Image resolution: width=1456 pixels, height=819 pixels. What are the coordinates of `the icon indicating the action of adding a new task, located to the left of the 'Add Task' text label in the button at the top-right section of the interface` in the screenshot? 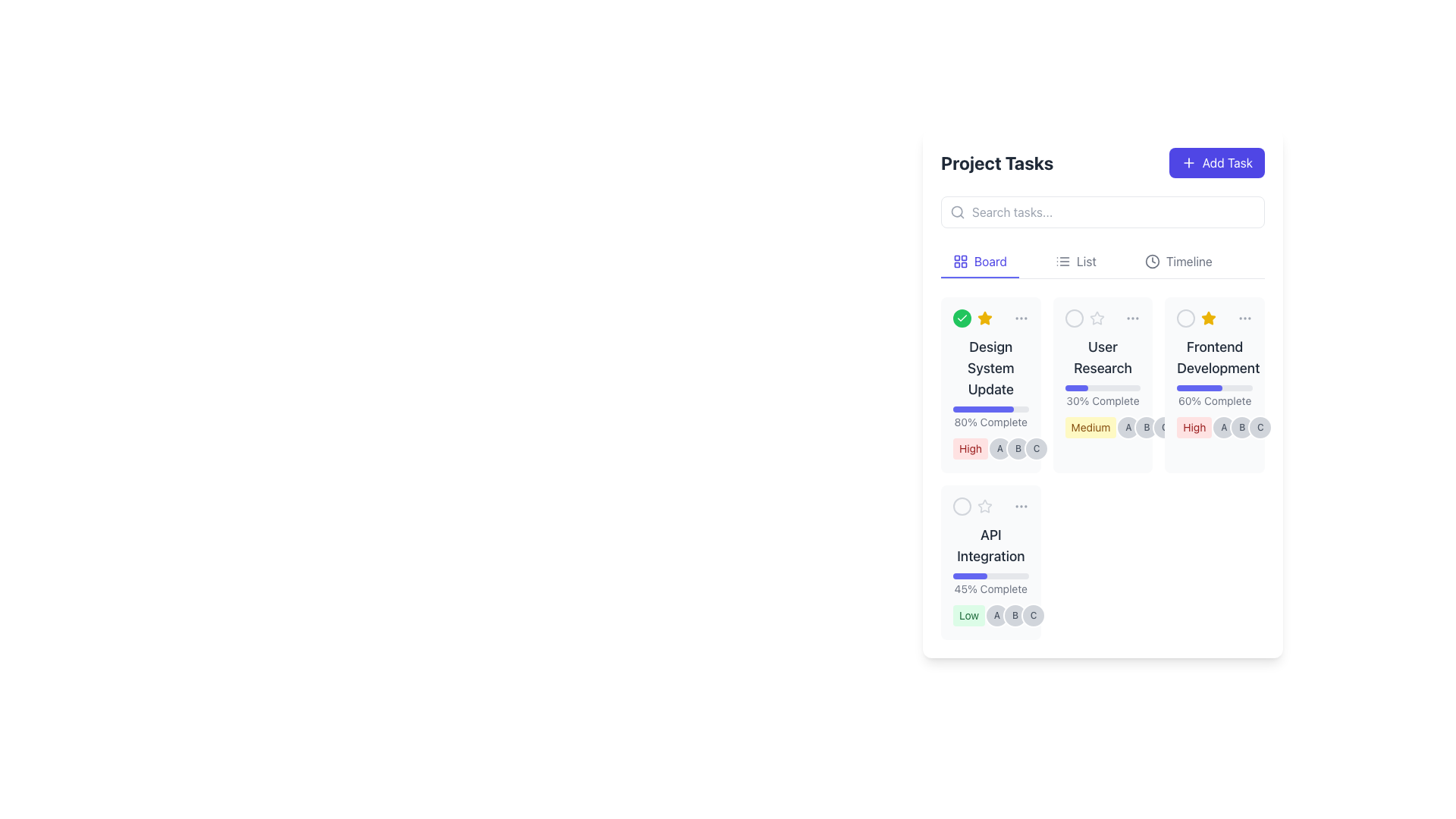 It's located at (1188, 163).